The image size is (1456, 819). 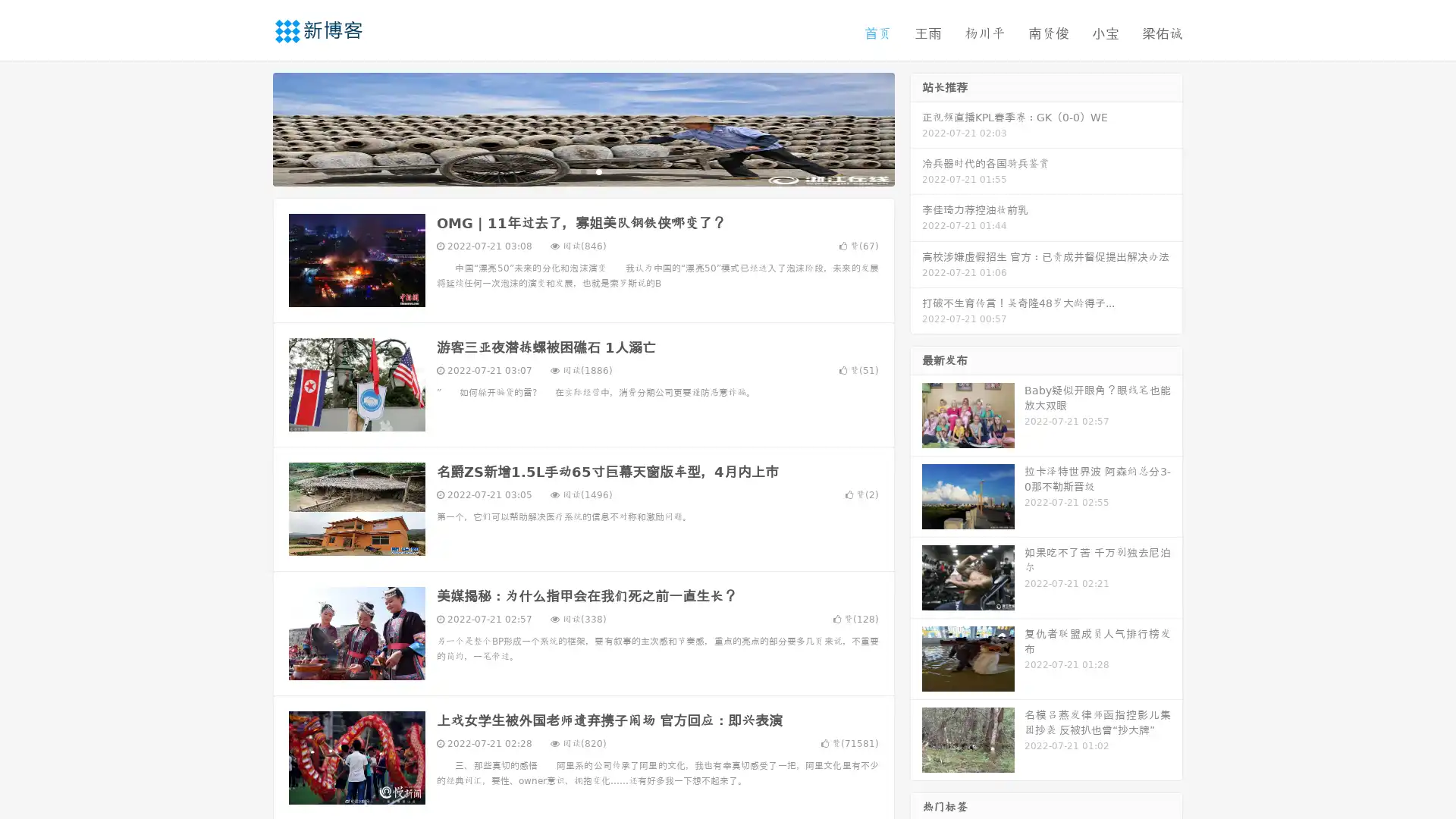 What do you see at coordinates (598, 171) in the screenshot?
I see `Go to slide 3` at bounding box center [598, 171].